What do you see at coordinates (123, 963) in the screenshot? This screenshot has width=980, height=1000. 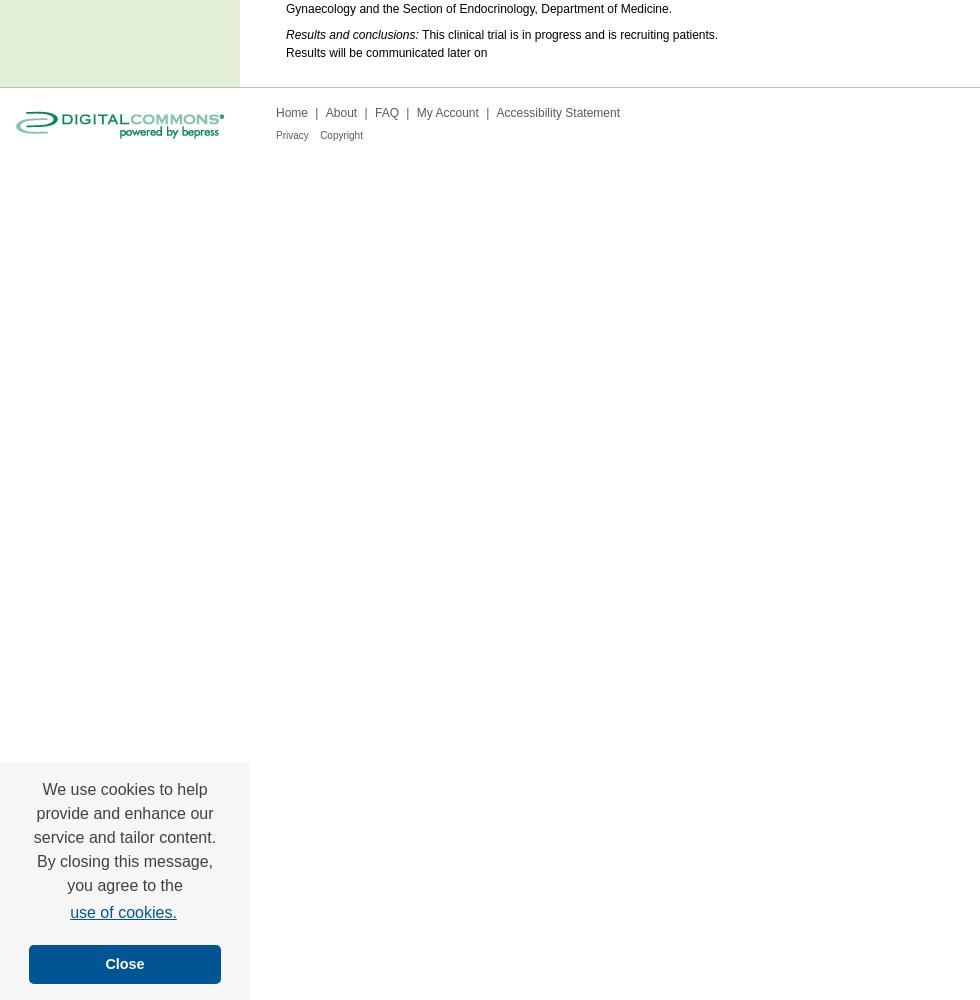 I see `'Close'` at bounding box center [123, 963].